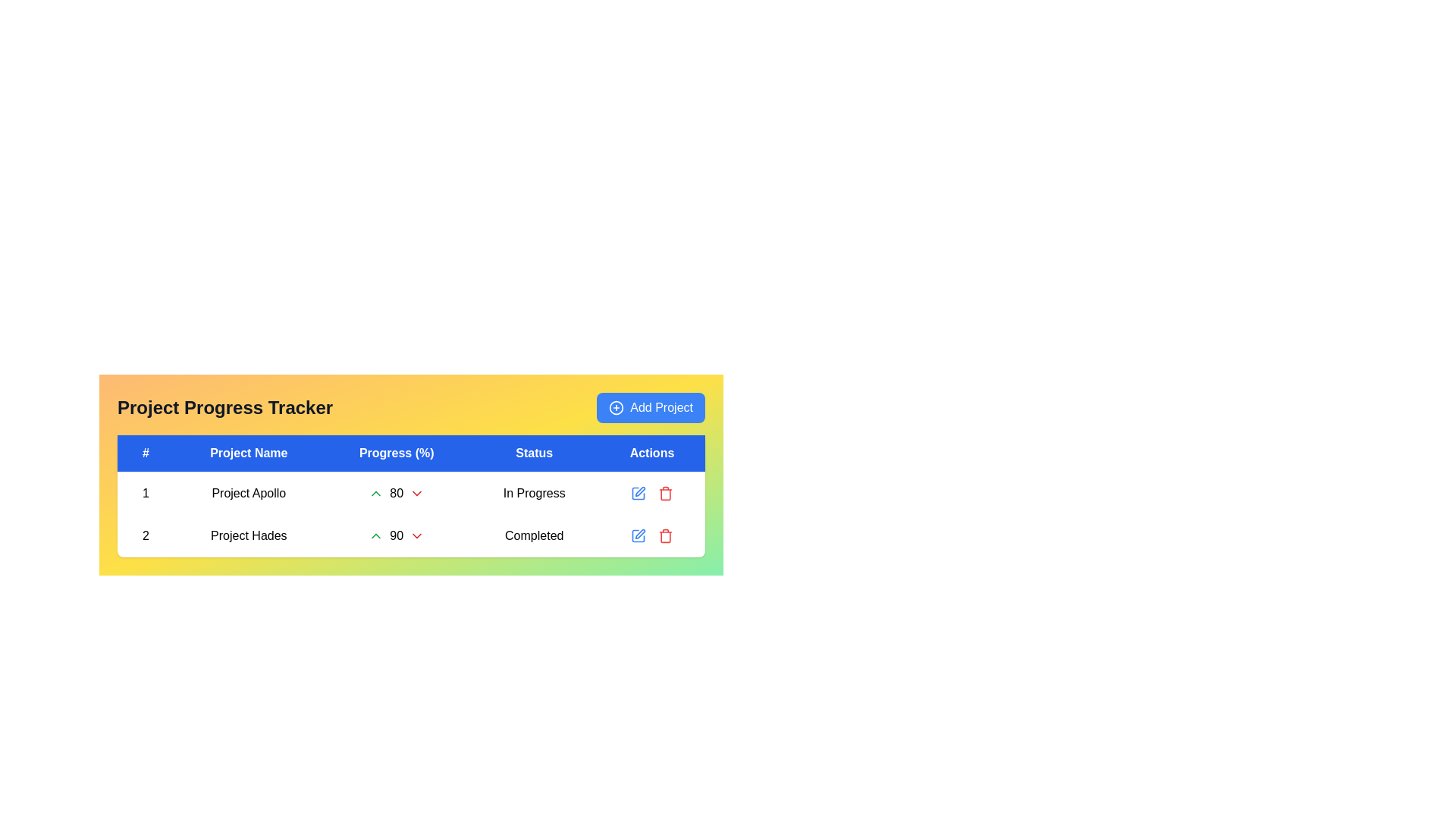 Image resolution: width=1456 pixels, height=819 pixels. I want to click on the pencil icon in the 'Actions' column of the first row, so click(651, 494).